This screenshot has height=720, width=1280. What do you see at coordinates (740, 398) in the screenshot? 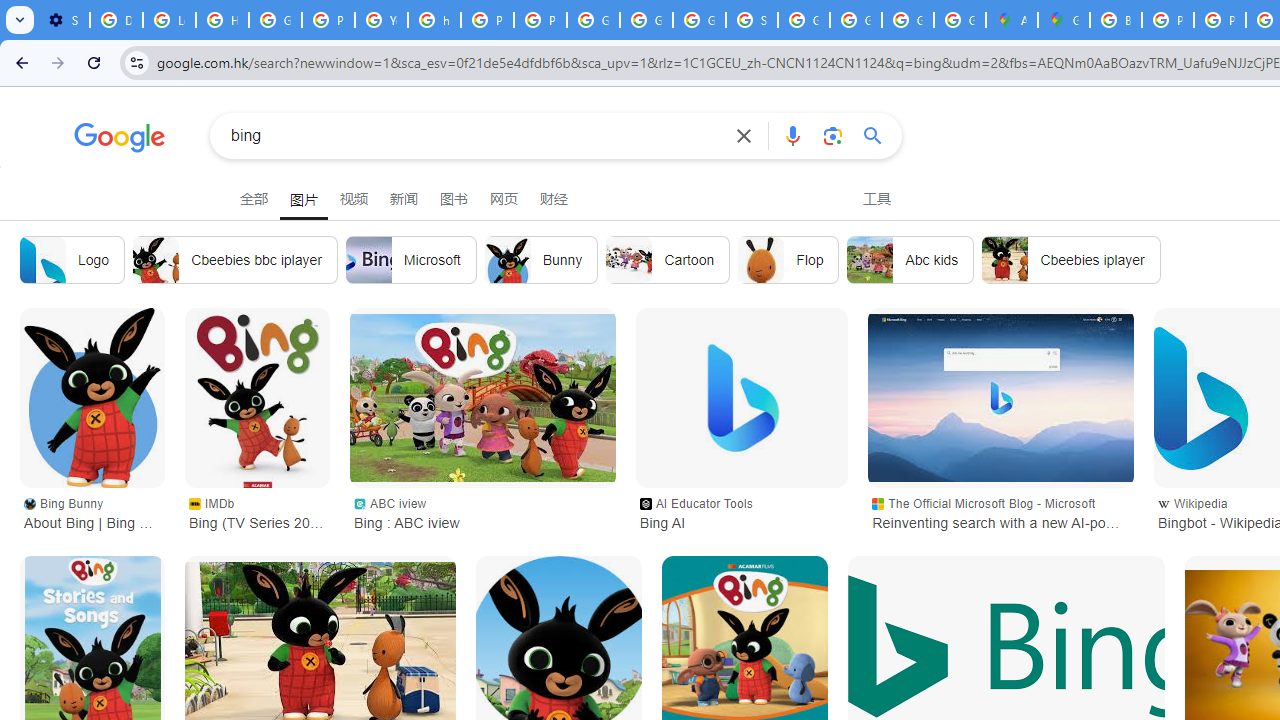
I see `'Bing AI'` at bounding box center [740, 398].